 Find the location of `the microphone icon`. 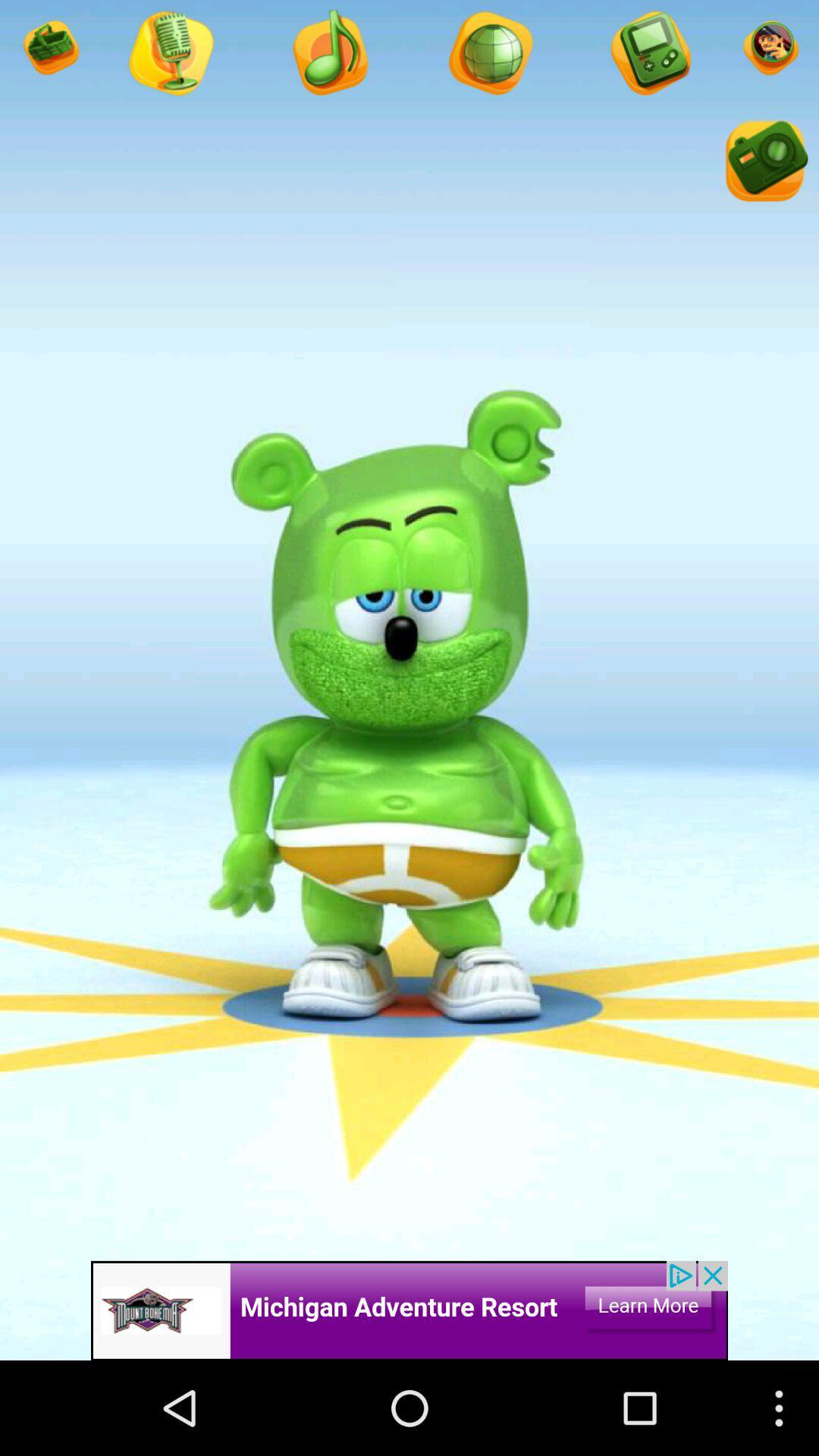

the microphone icon is located at coordinates (489, 58).